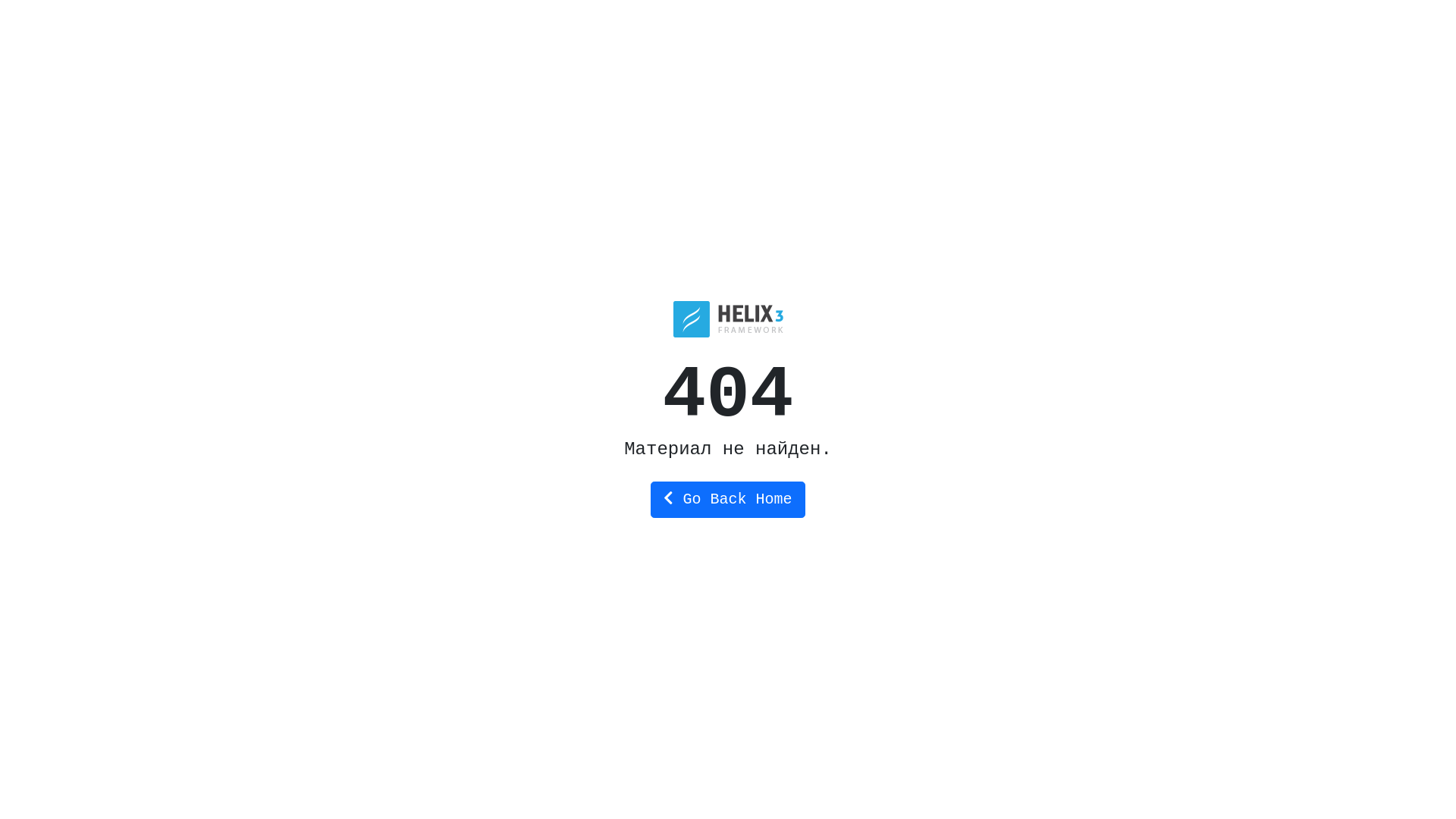 The image size is (1456, 819). Describe the element at coordinates (726, 500) in the screenshot. I see `'Go Back Home'` at that location.